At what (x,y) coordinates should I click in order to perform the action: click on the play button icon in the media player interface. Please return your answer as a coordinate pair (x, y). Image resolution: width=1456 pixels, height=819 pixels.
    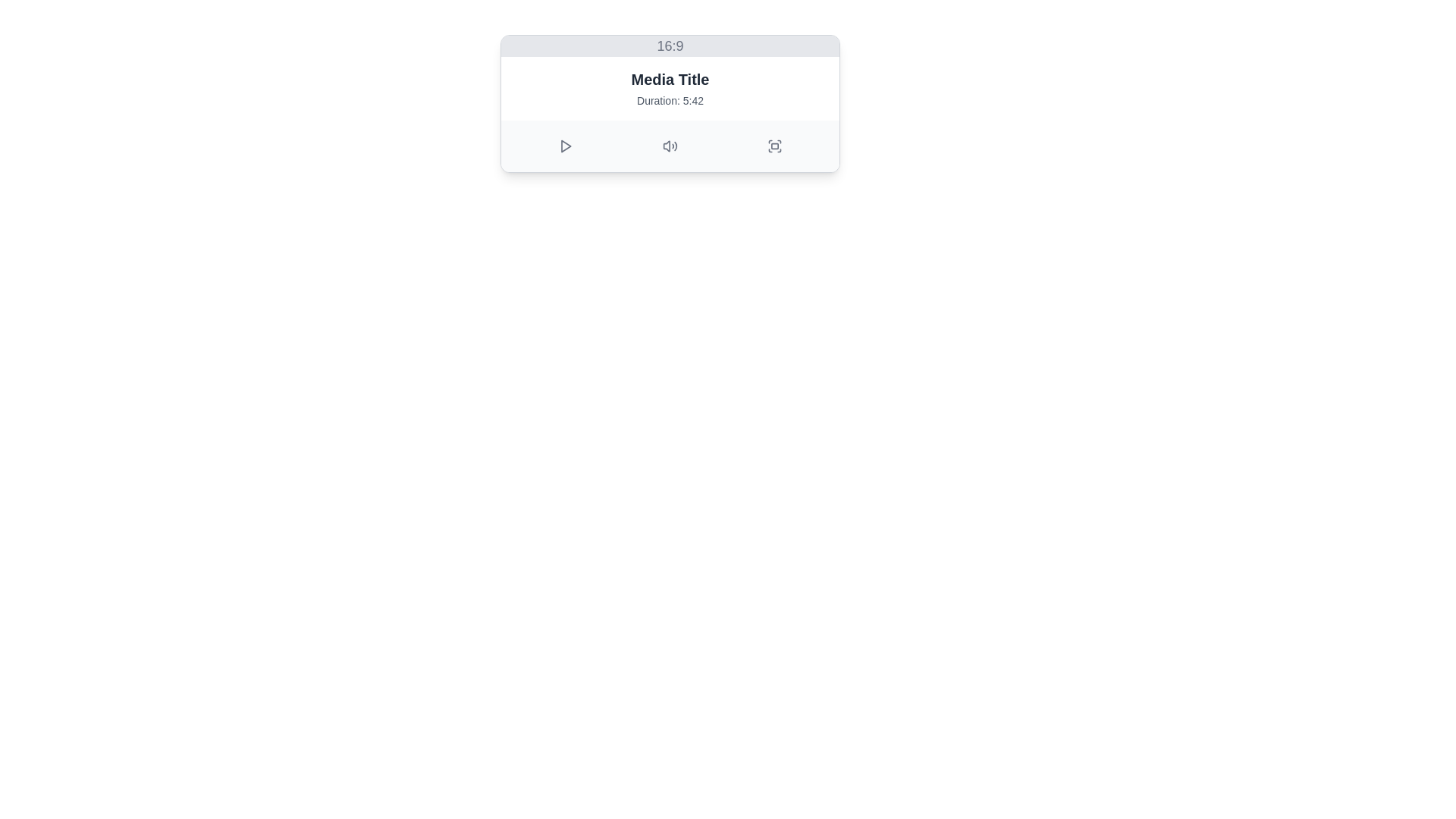
    Looking at the image, I should click on (565, 146).